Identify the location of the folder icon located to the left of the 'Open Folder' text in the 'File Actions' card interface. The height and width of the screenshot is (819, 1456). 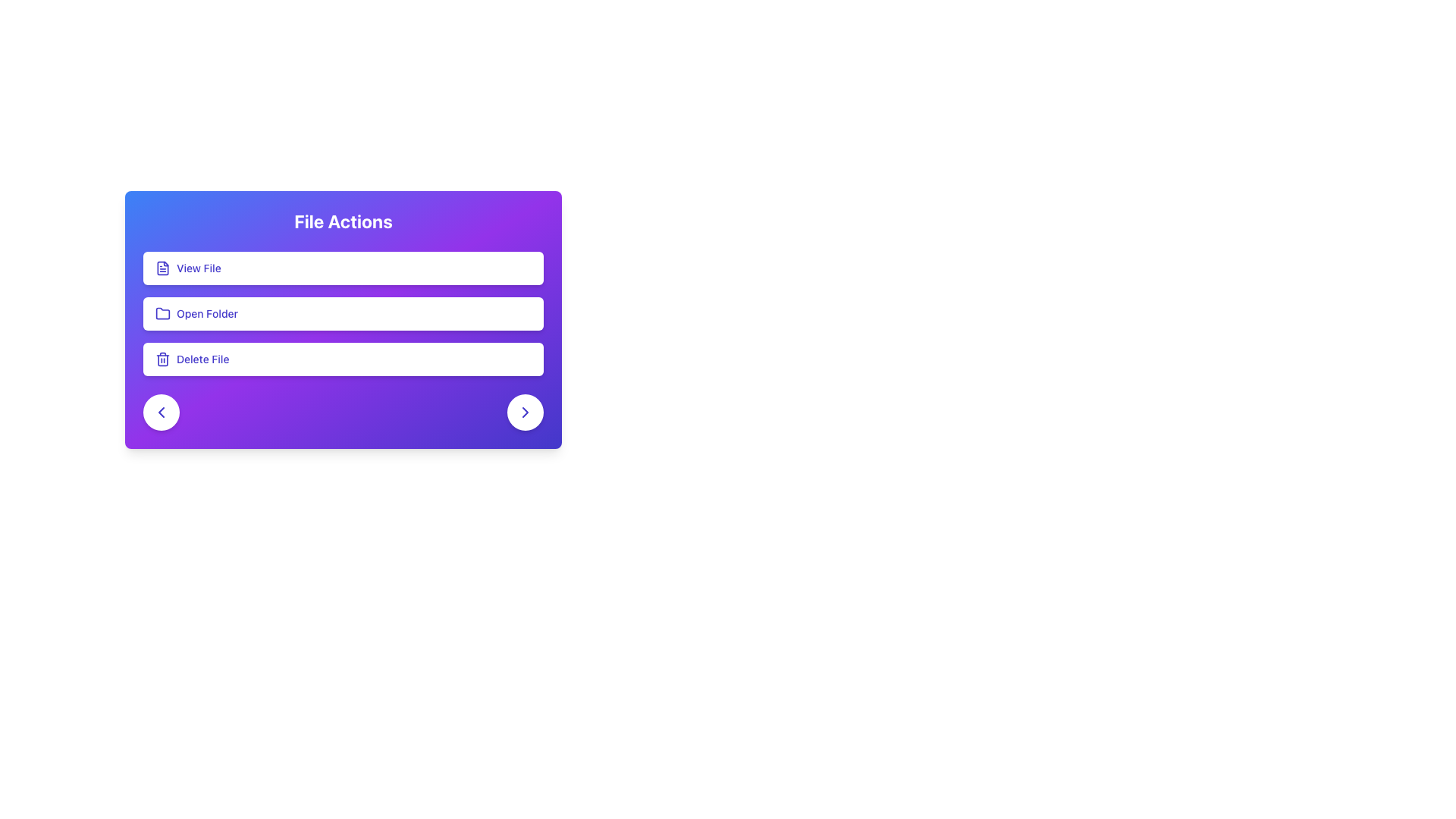
(163, 312).